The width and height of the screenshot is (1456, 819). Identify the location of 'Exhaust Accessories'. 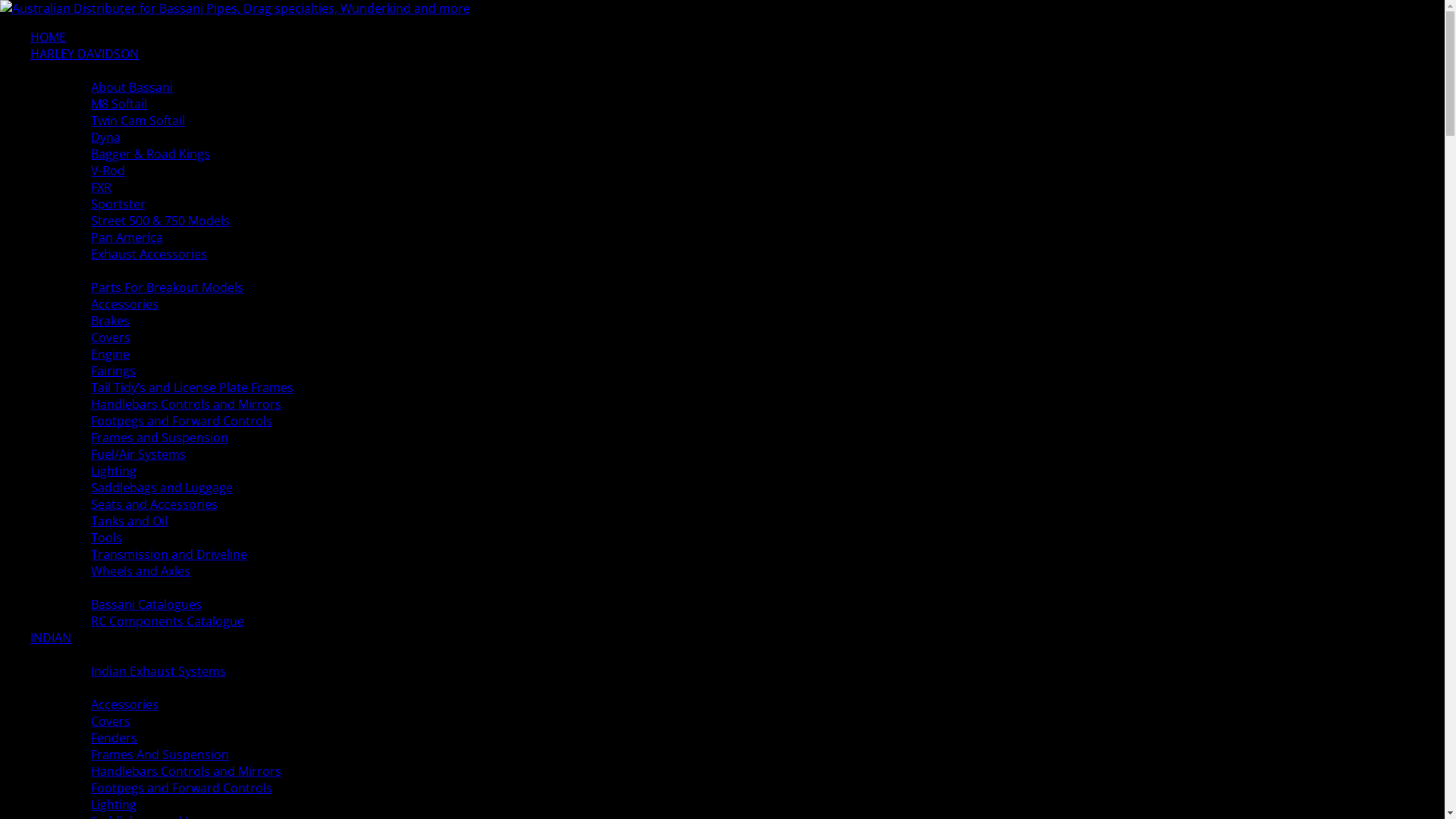
(90, 253).